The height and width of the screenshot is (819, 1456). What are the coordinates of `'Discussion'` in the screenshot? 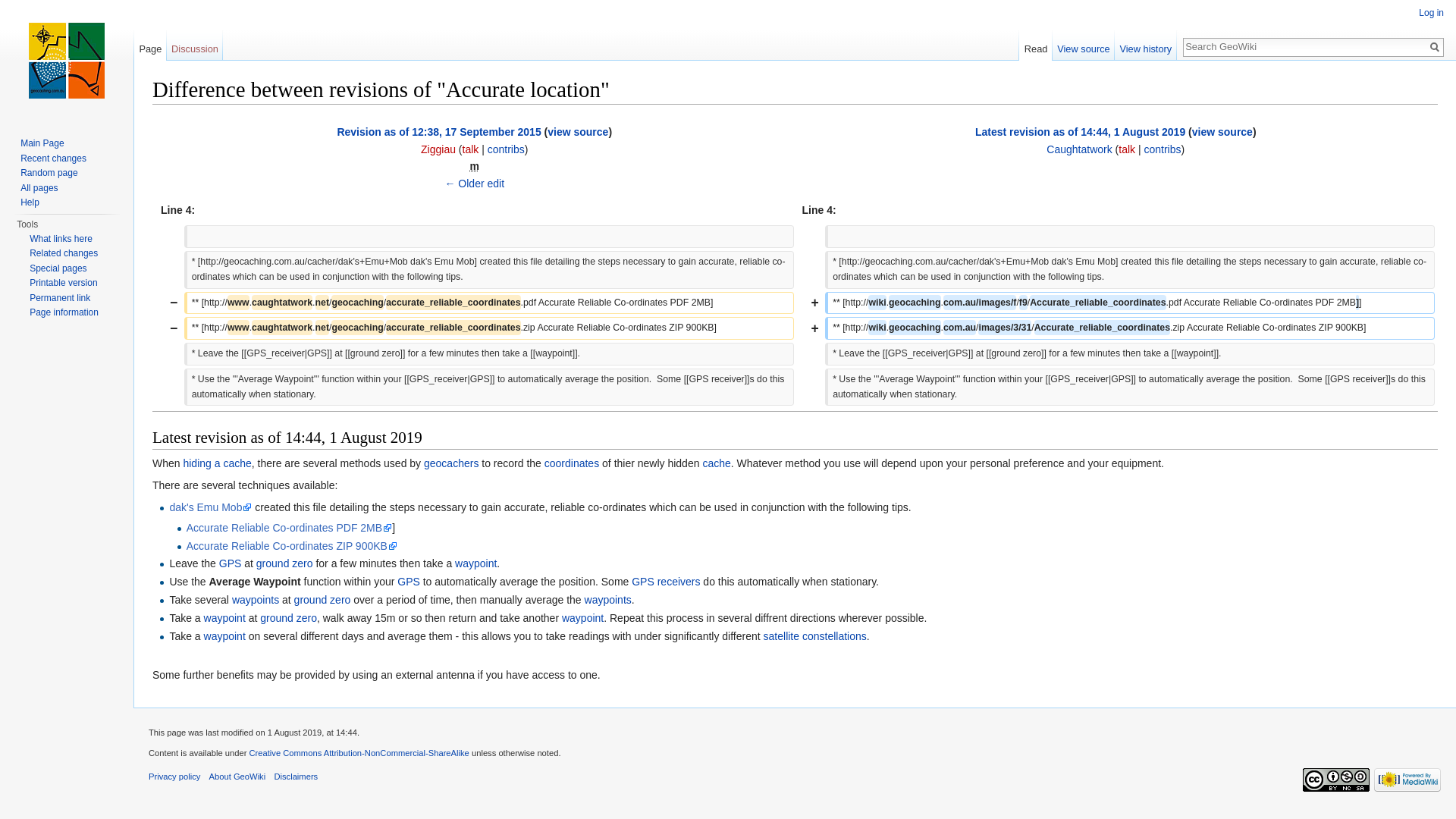 It's located at (194, 45).